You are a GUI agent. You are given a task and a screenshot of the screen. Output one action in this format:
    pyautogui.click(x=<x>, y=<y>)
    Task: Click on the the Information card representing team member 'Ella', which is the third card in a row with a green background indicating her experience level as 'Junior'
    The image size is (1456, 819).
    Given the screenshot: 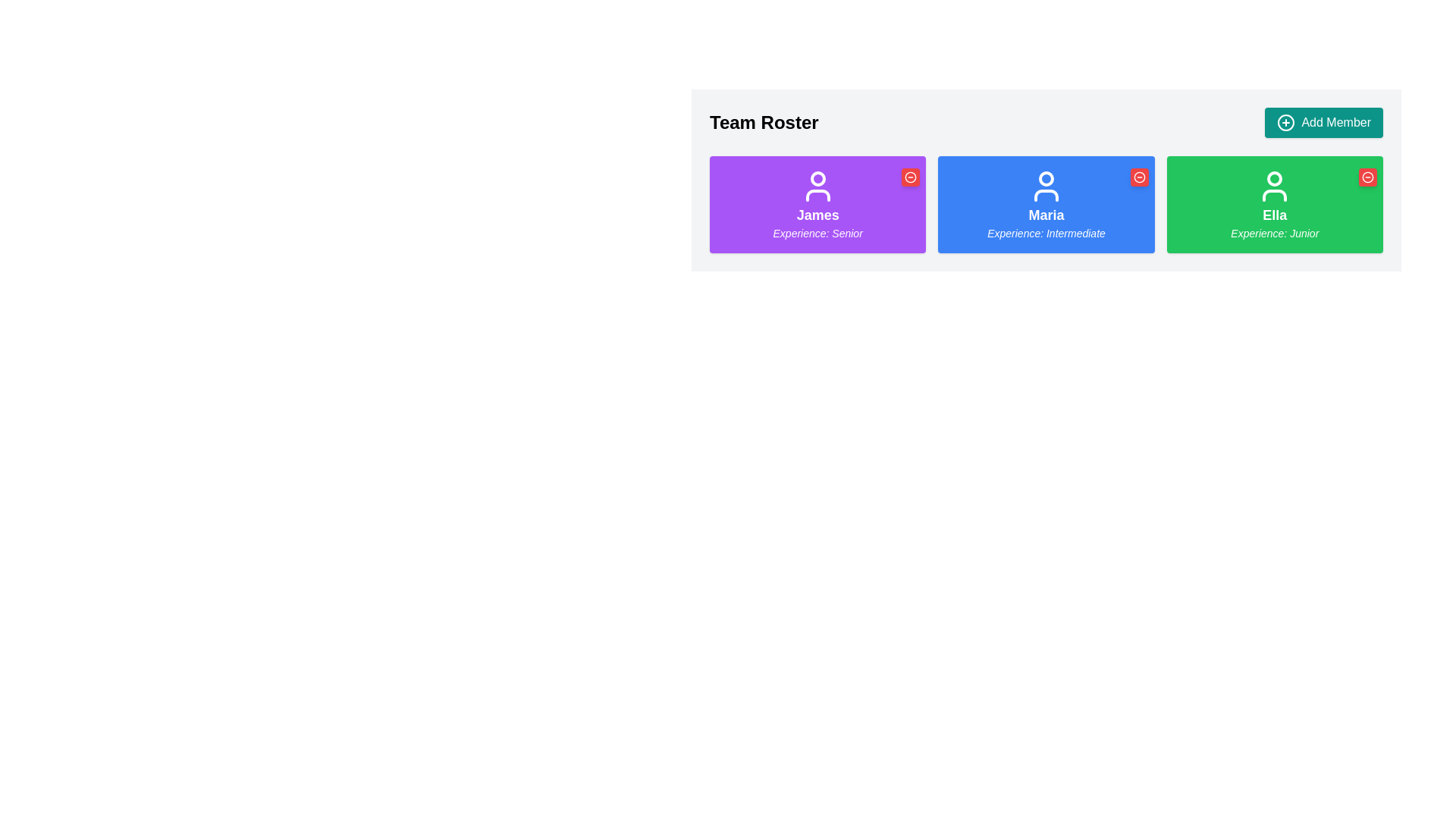 What is the action you would take?
    pyautogui.click(x=1274, y=205)
    